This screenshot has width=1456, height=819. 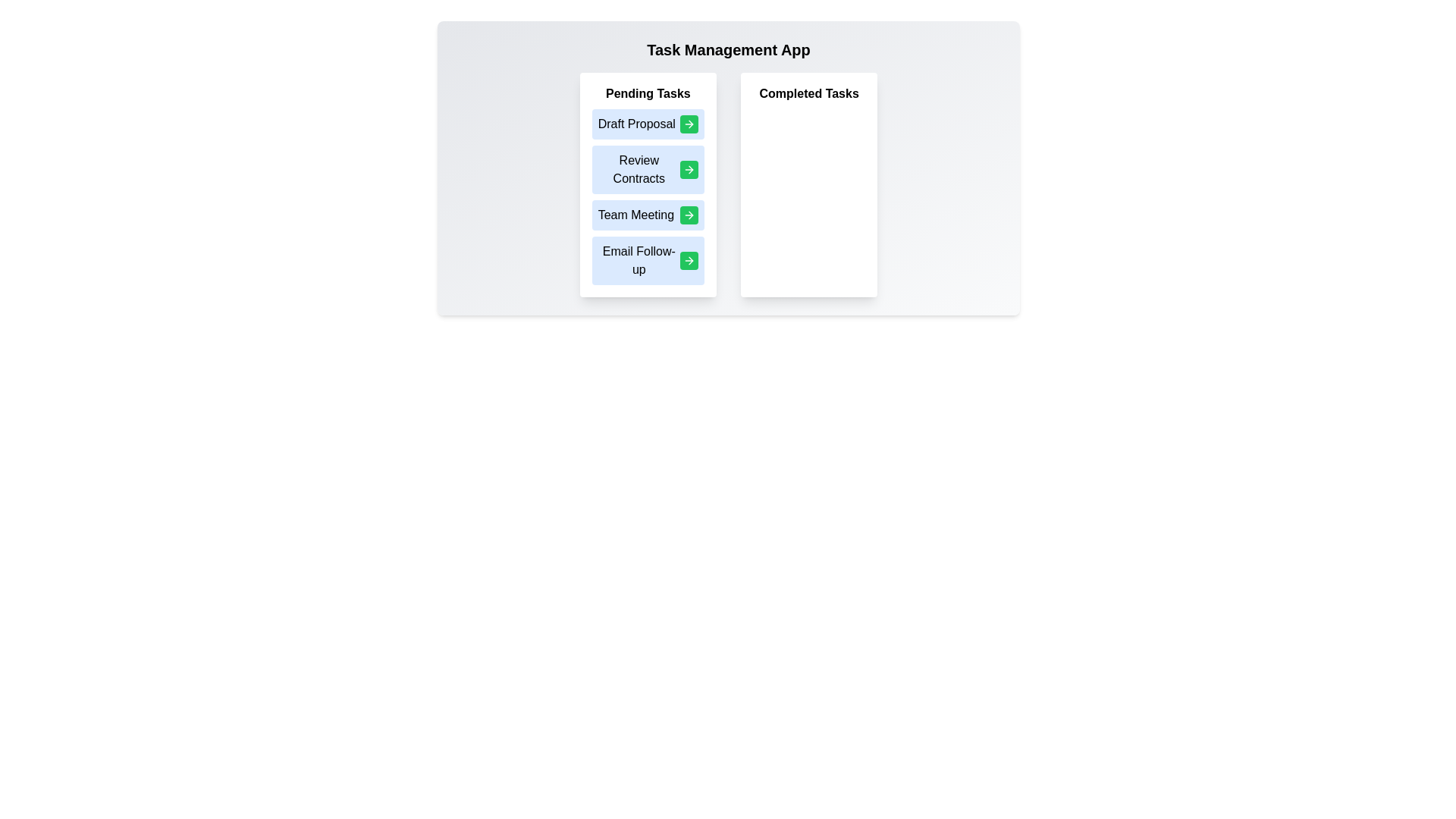 What do you see at coordinates (688, 169) in the screenshot?
I see `green button next to the task labeled Review Contracts to move it to the Completed Tasks list` at bounding box center [688, 169].